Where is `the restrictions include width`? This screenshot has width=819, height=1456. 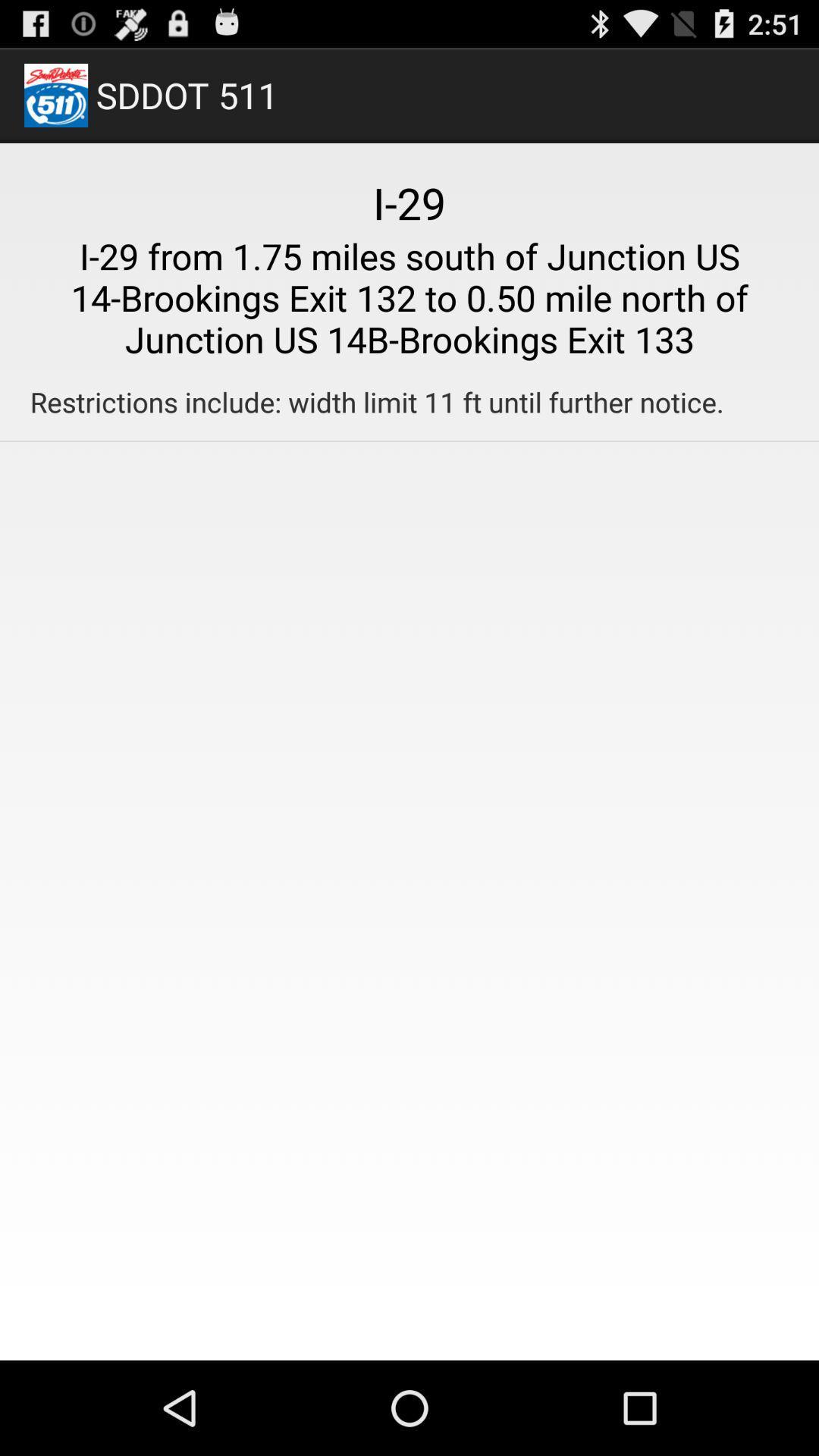
the restrictions include width is located at coordinates (376, 402).